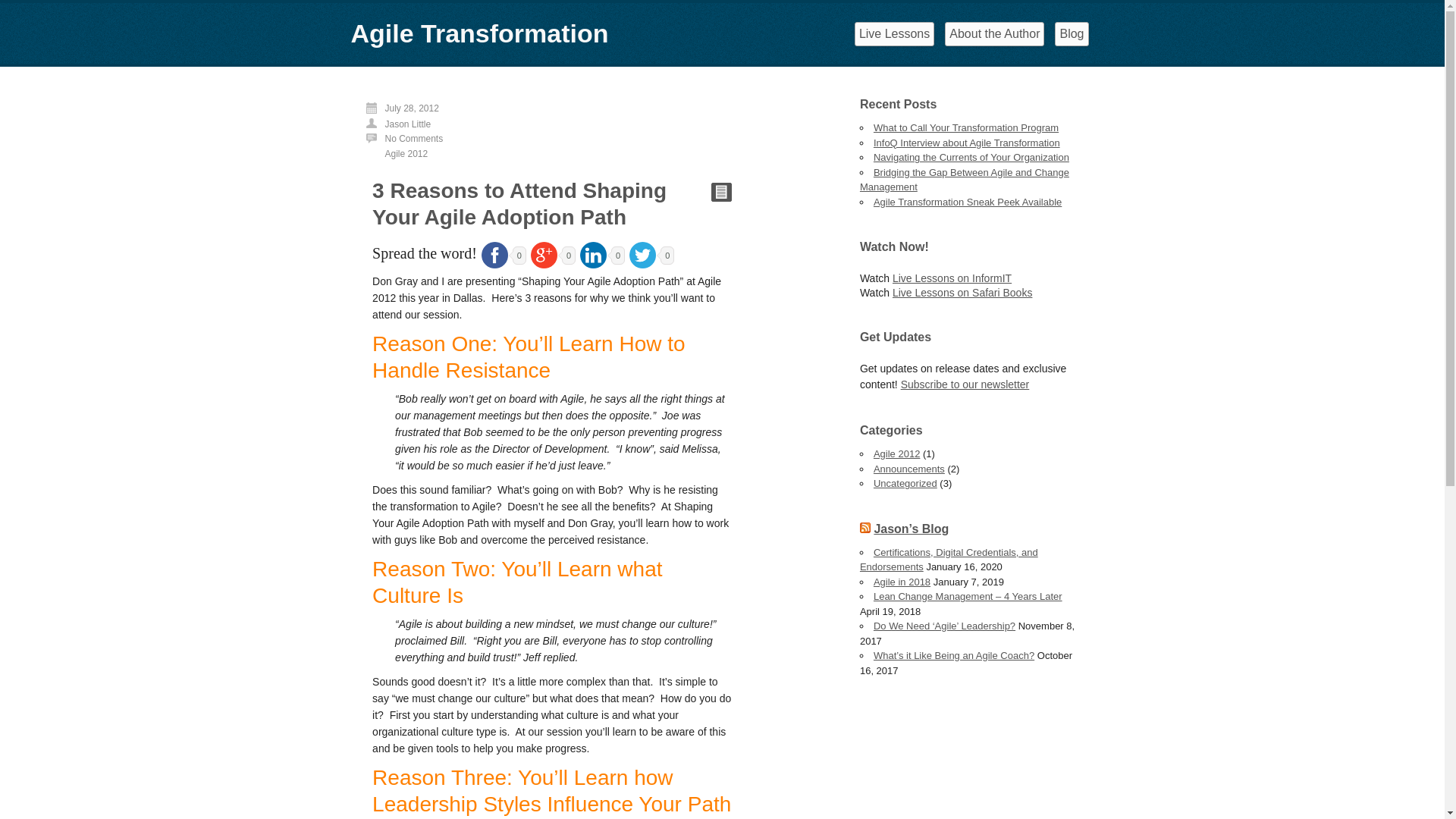 The height and width of the screenshot is (819, 1456). What do you see at coordinates (642, 254) in the screenshot?
I see `'Twitter'` at bounding box center [642, 254].